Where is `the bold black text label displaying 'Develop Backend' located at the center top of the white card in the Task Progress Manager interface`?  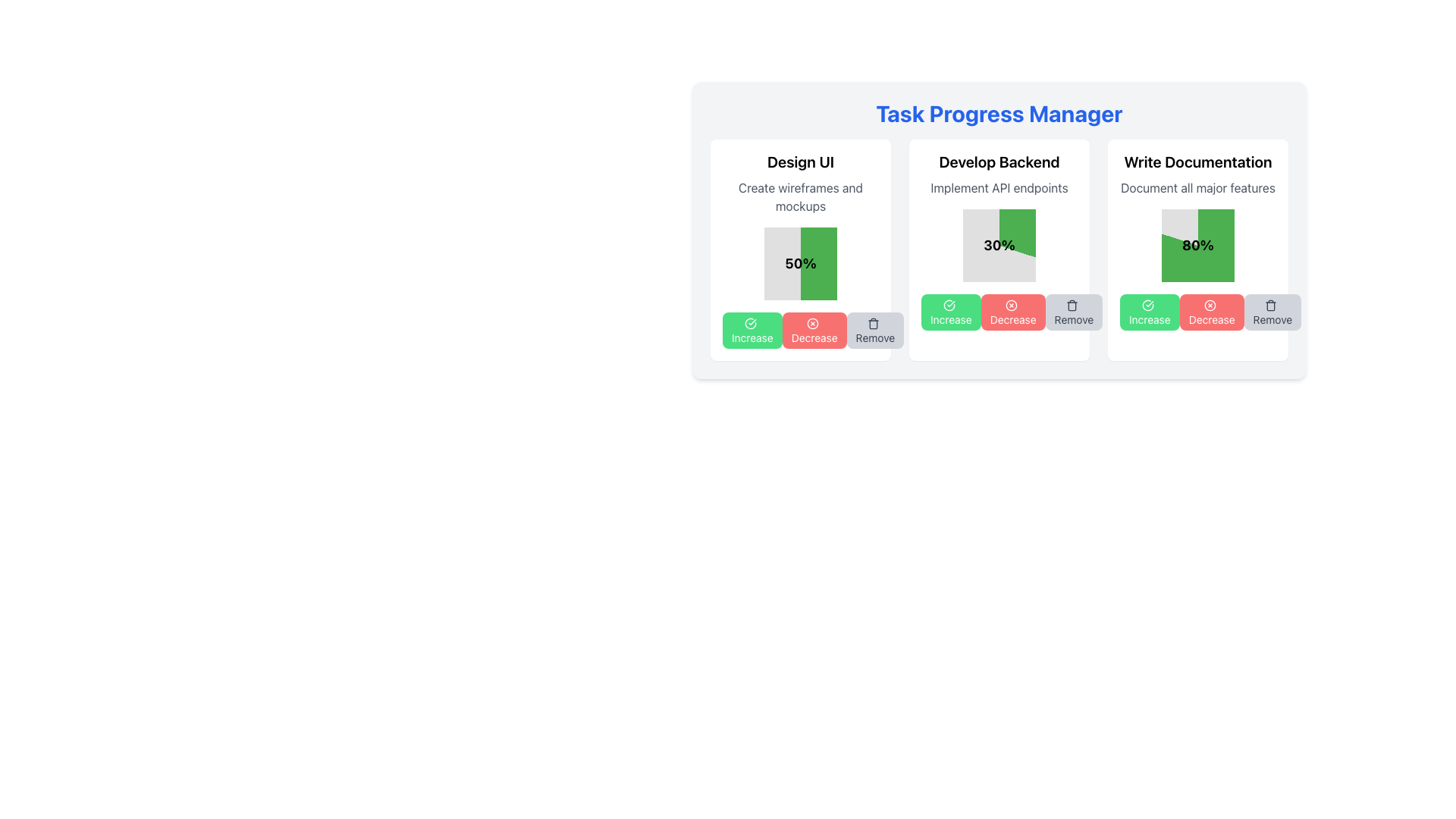
the bold black text label displaying 'Develop Backend' located at the center top of the white card in the Task Progress Manager interface is located at coordinates (999, 162).